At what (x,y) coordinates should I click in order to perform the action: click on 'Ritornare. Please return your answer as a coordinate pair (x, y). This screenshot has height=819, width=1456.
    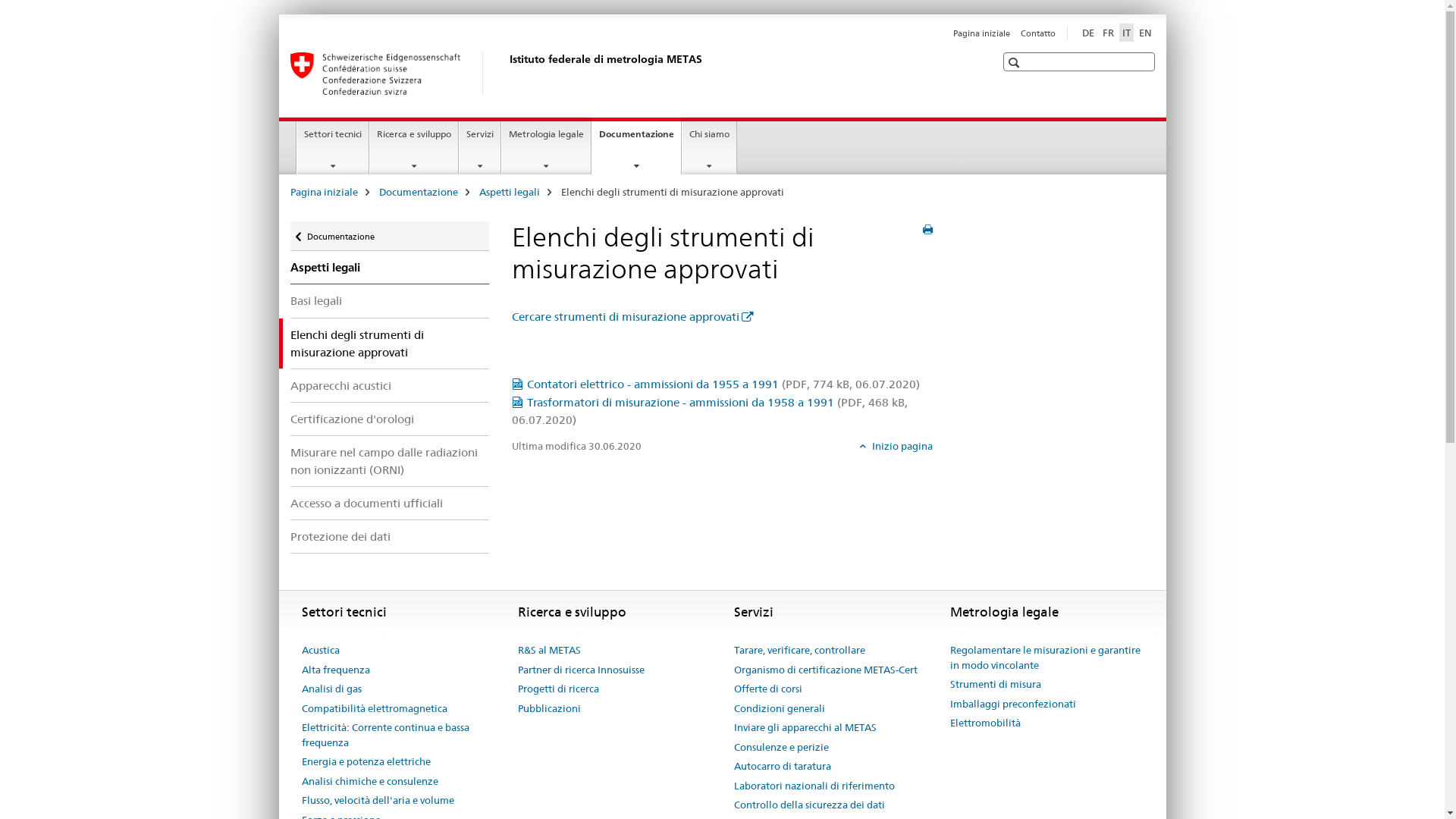
    Looking at the image, I should click on (389, 236).